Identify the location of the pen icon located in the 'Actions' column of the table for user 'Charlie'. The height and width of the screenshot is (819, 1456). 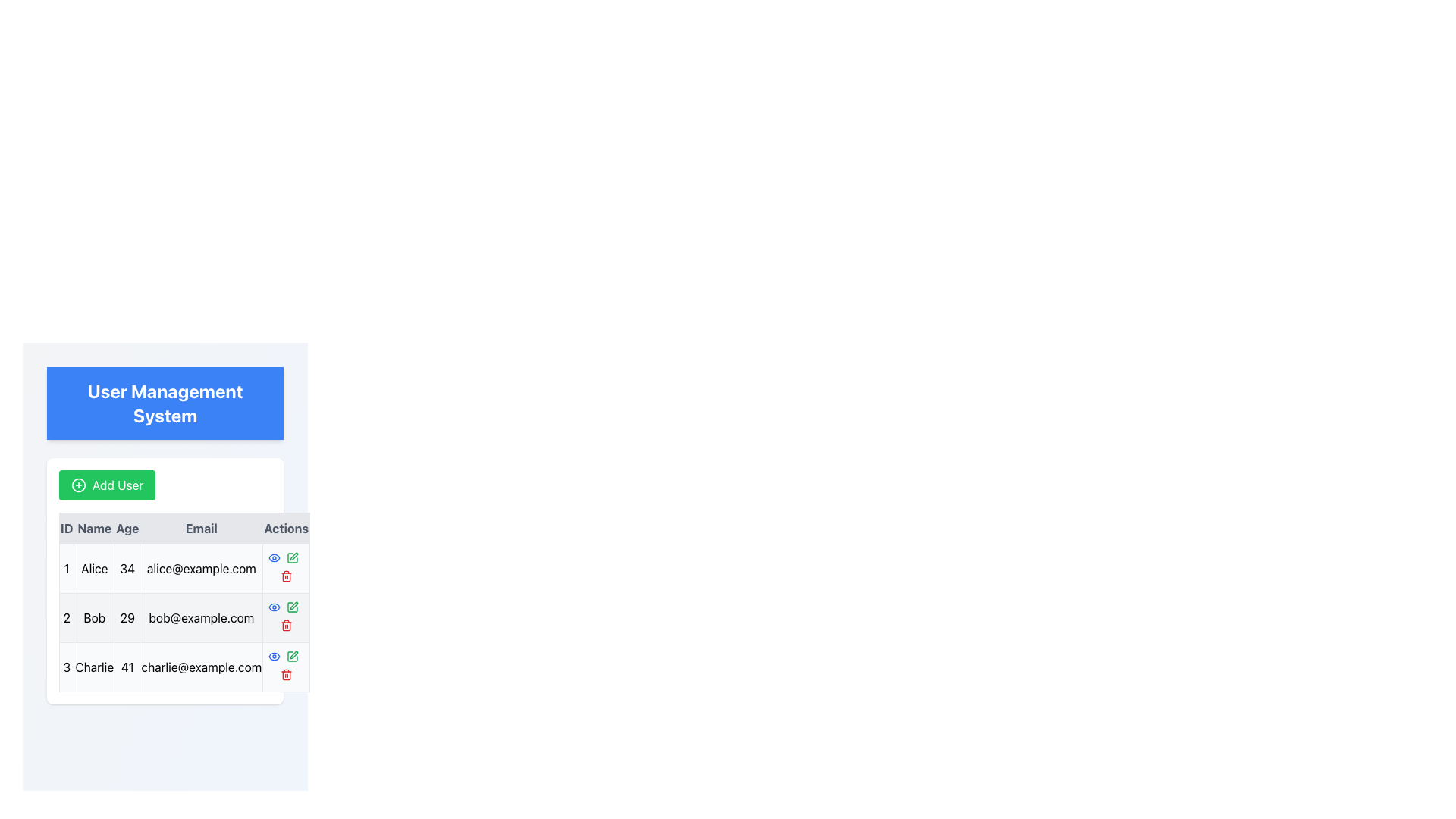
(293, 604).